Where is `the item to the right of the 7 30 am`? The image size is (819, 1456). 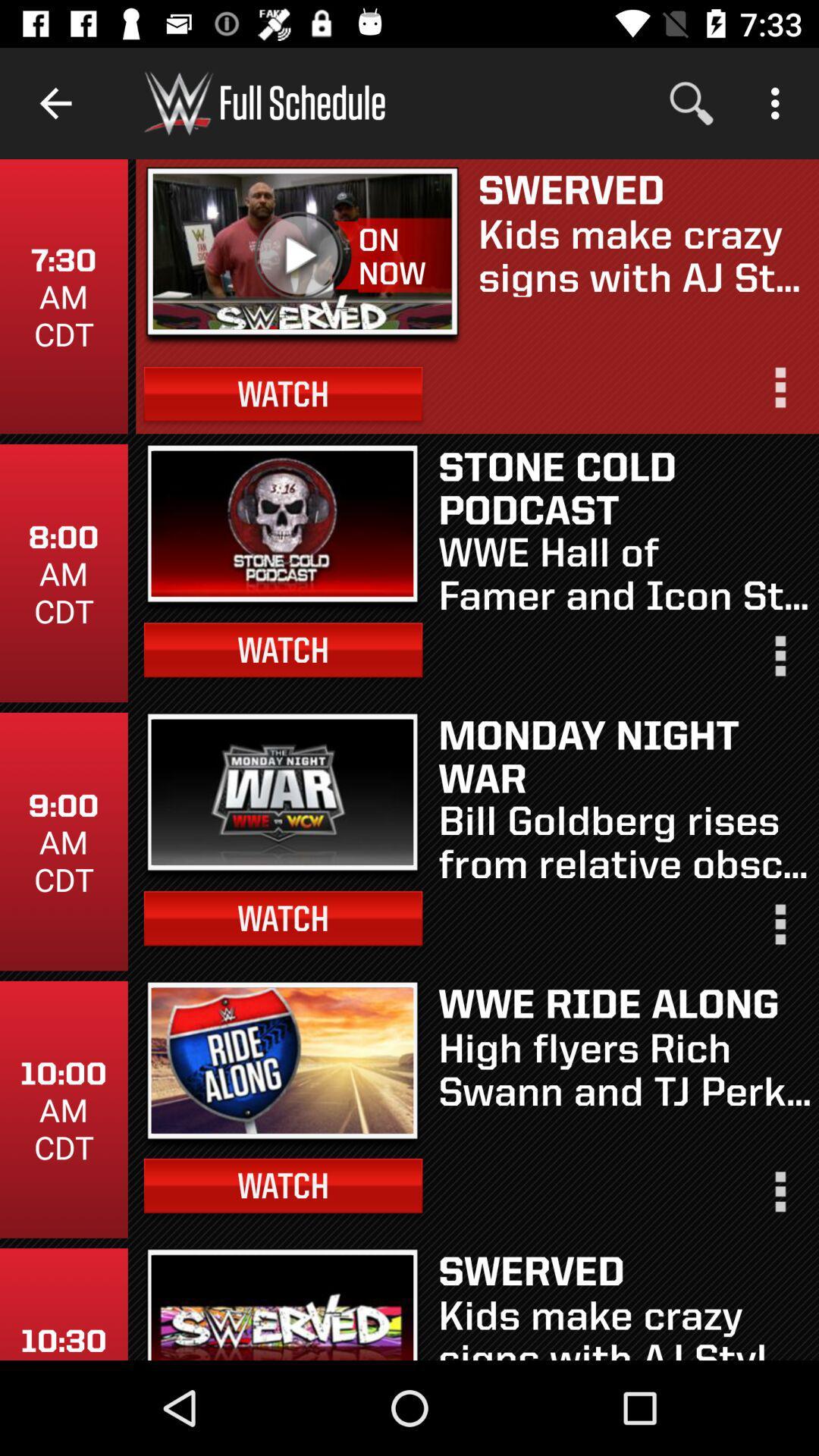 the item to the right of the 7 30 am is located at coordinates (303, 256).